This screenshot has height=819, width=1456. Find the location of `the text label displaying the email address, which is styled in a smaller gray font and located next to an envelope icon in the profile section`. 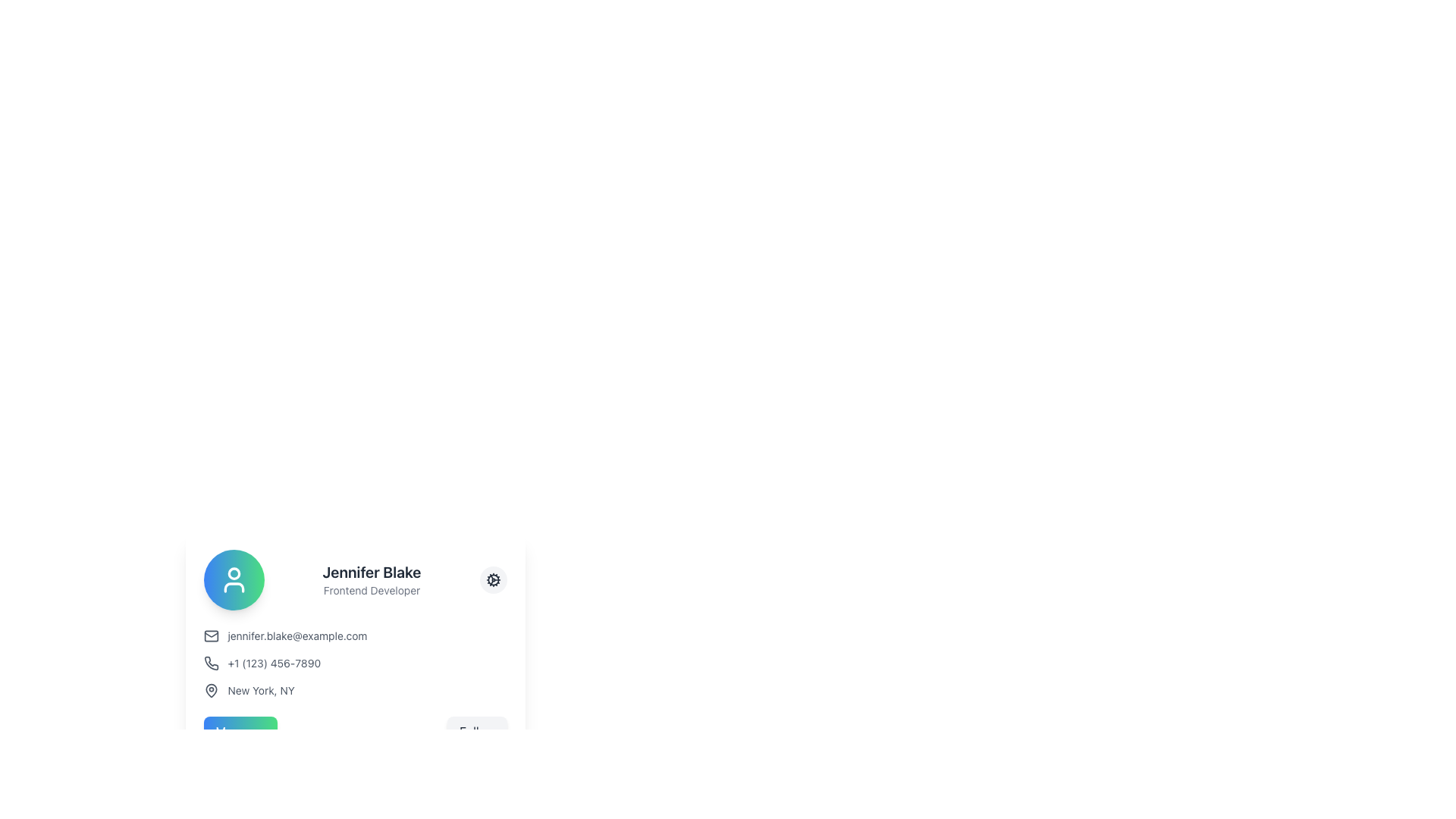

the text label displaying the email address, which is styled in a smaller gray font and located next to an envelope icon in the profile section is located at coordinates (354, 636).